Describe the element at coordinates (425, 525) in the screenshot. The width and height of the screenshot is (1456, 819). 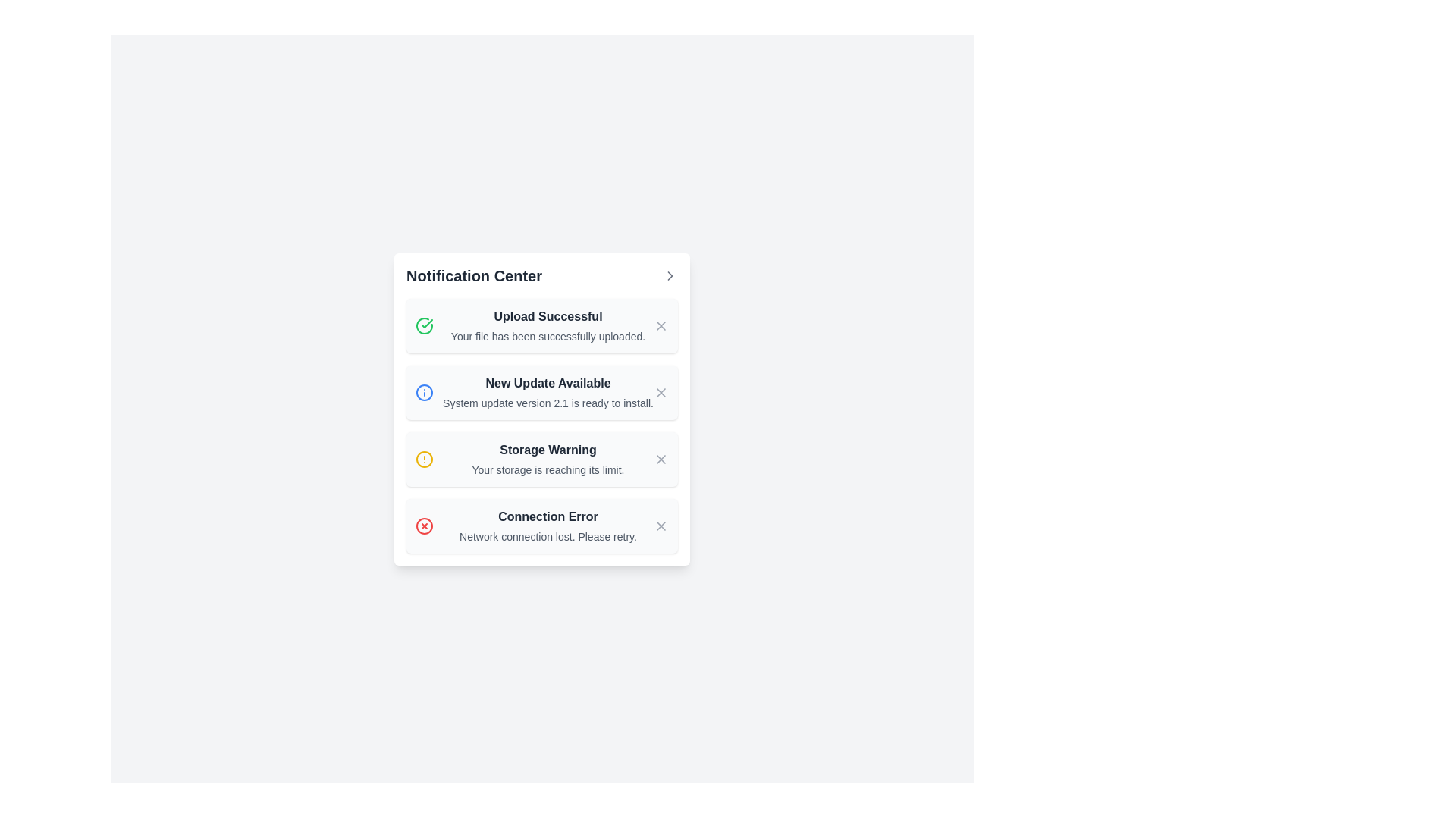
I see `the red circular border with a white interior and red 'X' symbol located in the bottommost panel of the notification list, aligned to the right side of the 'Connection Error' notification` at that location.